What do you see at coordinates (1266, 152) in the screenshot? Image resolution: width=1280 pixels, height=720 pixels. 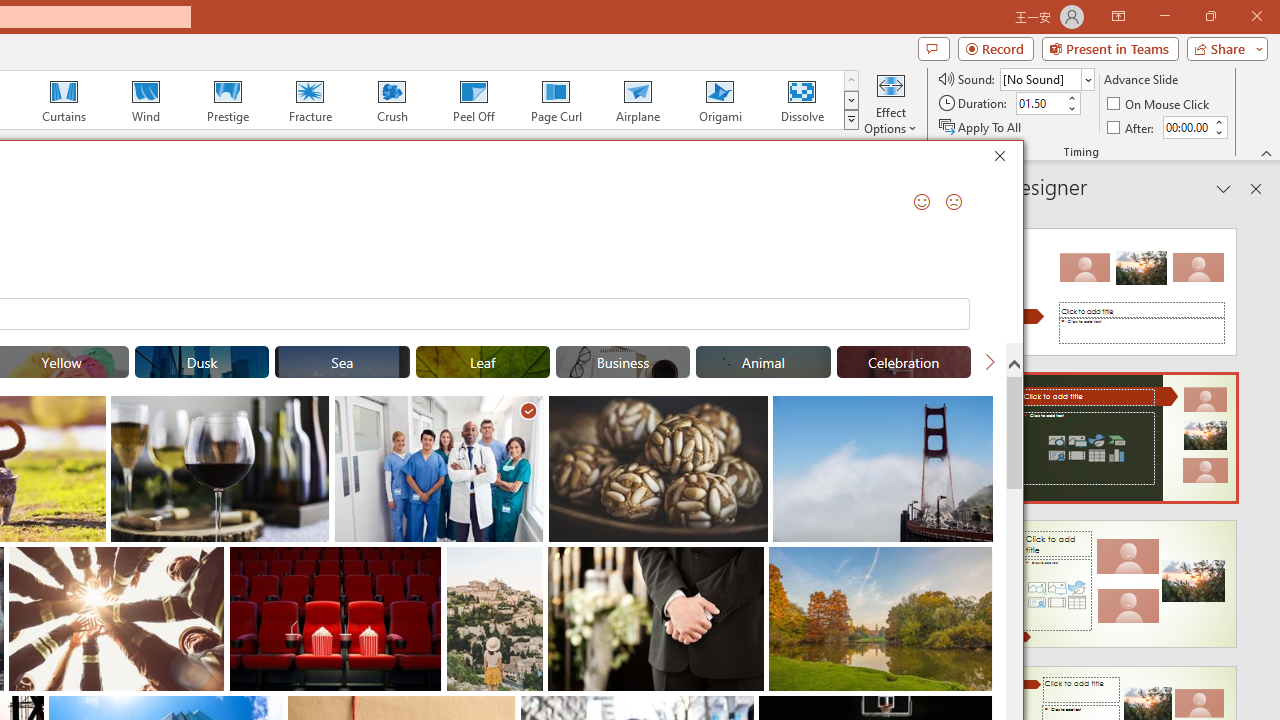 I see `'Collapse the Ribbon'` at bounding box center [1266, 152].